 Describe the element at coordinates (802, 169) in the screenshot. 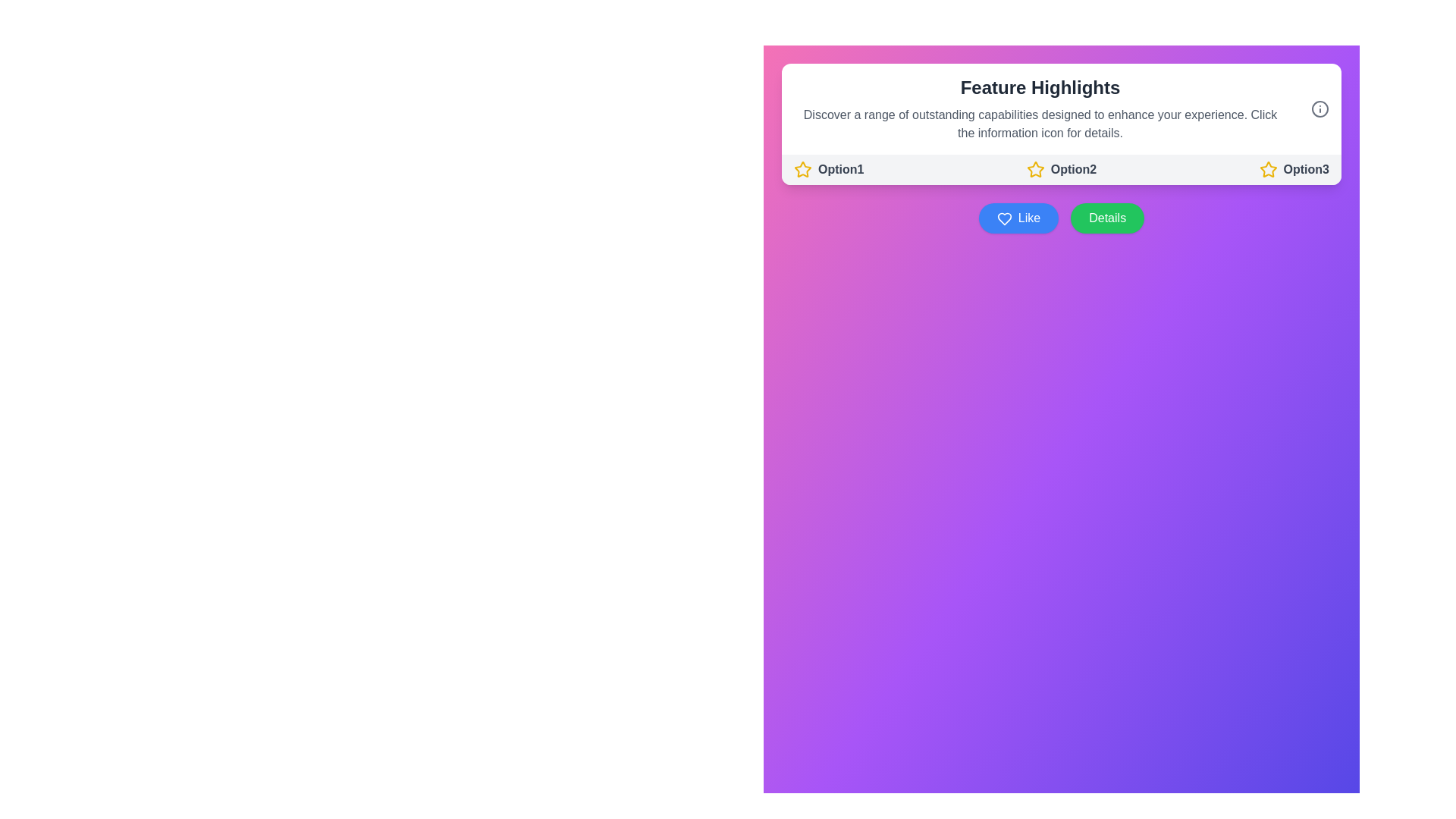

I see `the SVG Icon representing the selectable option for 'Option1' located in the top section under 'Feature Highlights'` at that location.